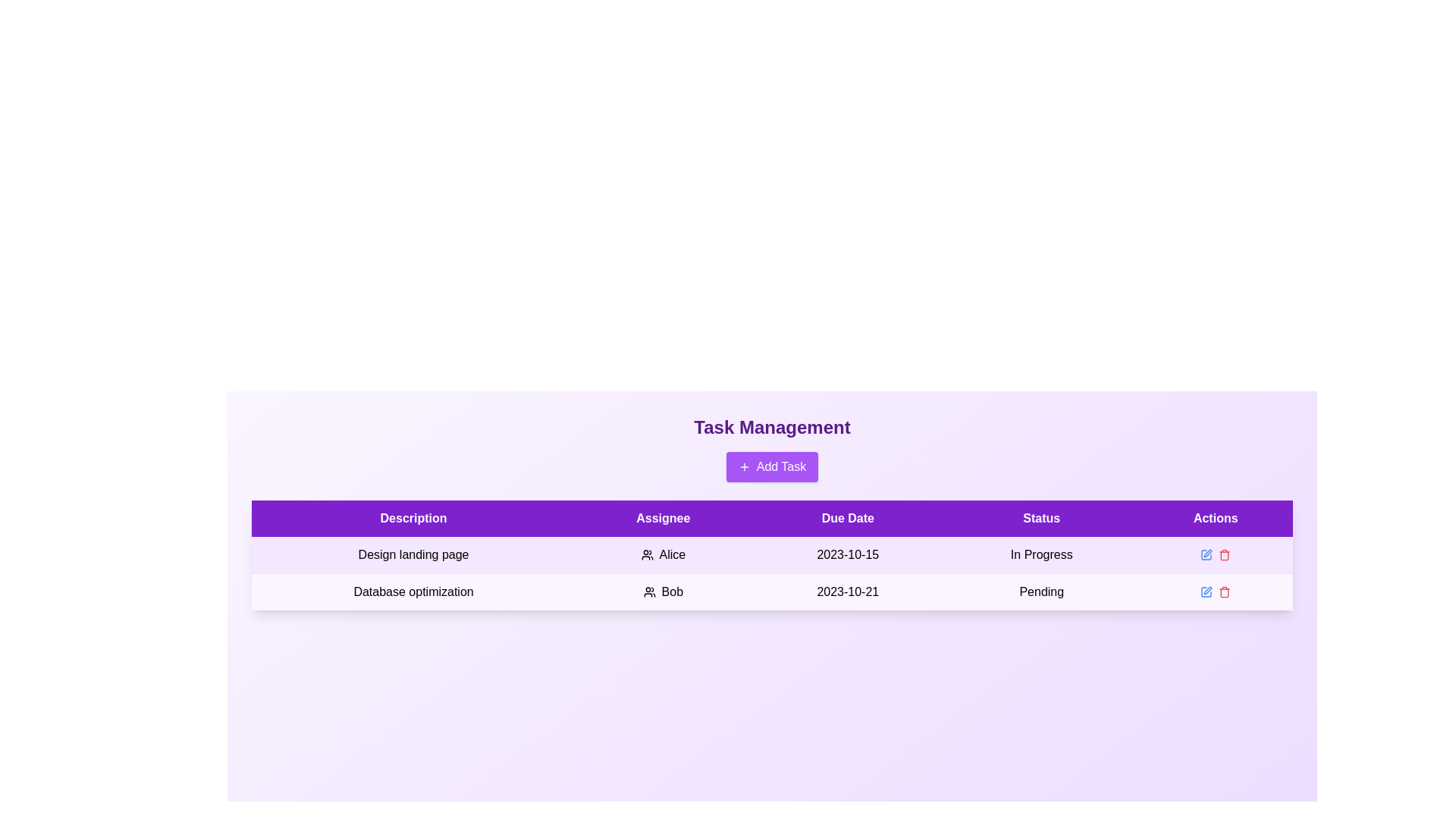 The image size is (1456, 819). I want to click on the text label reading 'Database optimization' which is aligned to the left in the second row of a table under the 'Description' column, so click(413, 591).